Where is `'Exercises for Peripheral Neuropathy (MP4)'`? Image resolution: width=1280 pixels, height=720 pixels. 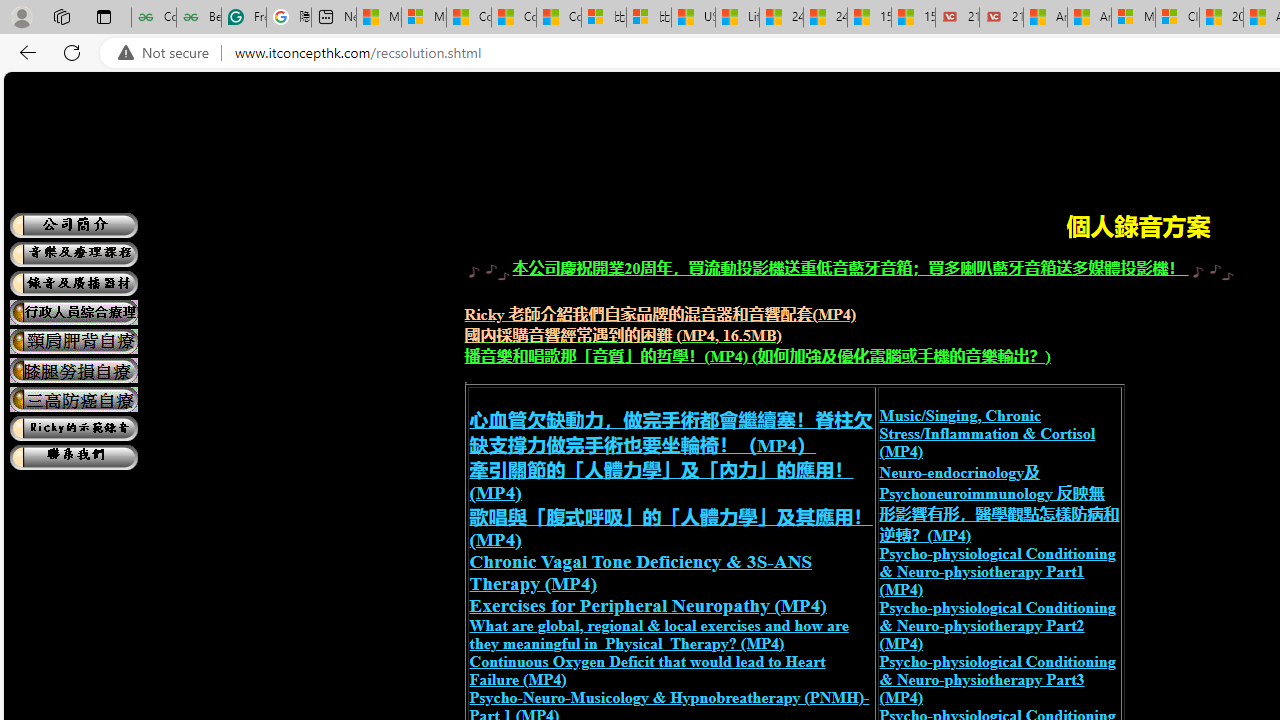
'Exercises for Peripheral Neuropathy (MP4)' is located at coordinates (647, 604).